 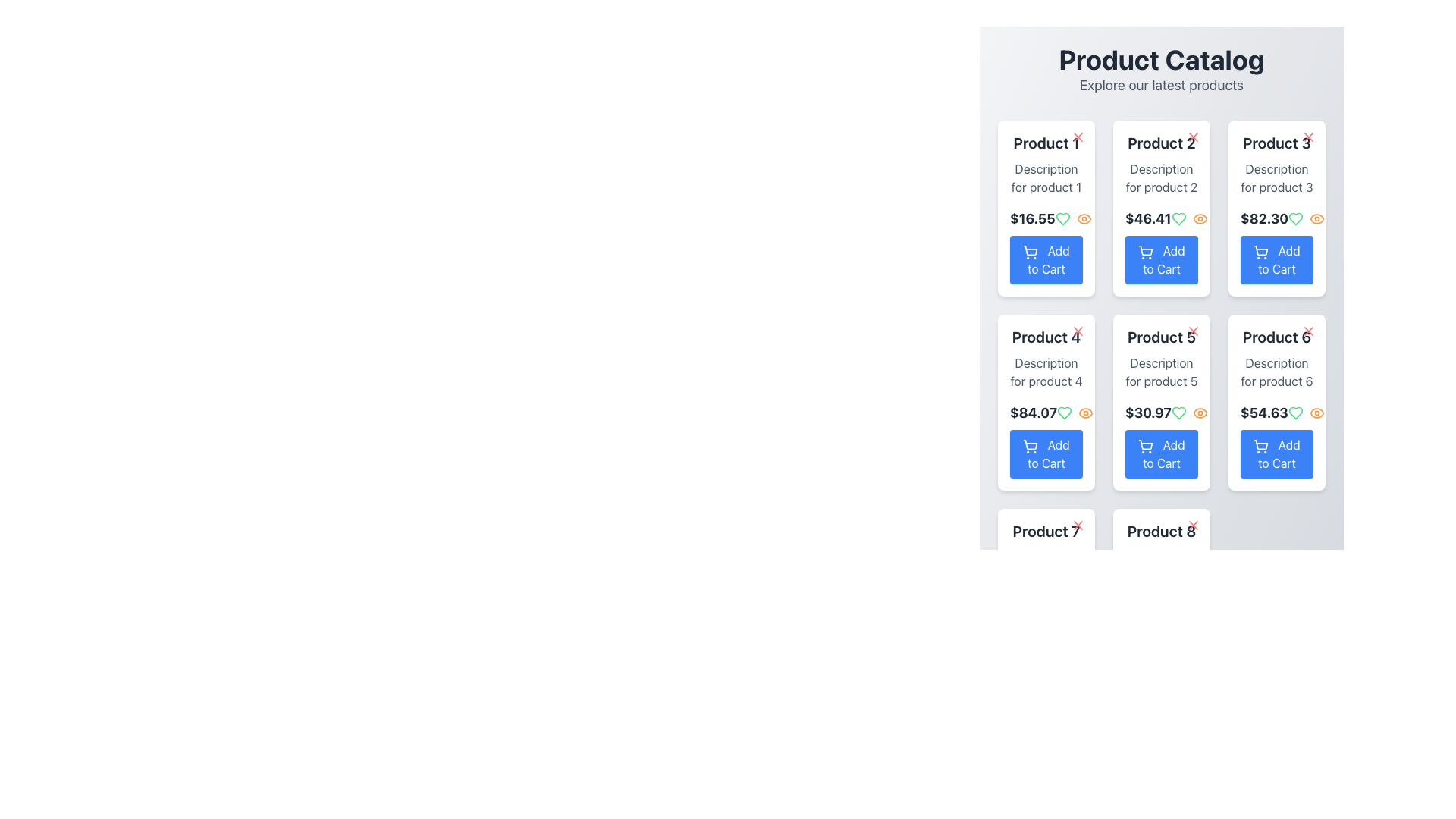 I want to click on the Header section displaying the headline 'Product Catalog' and tagline 'Explore our latest products', located at the top center of the interface, so click(x=1160, y=70).